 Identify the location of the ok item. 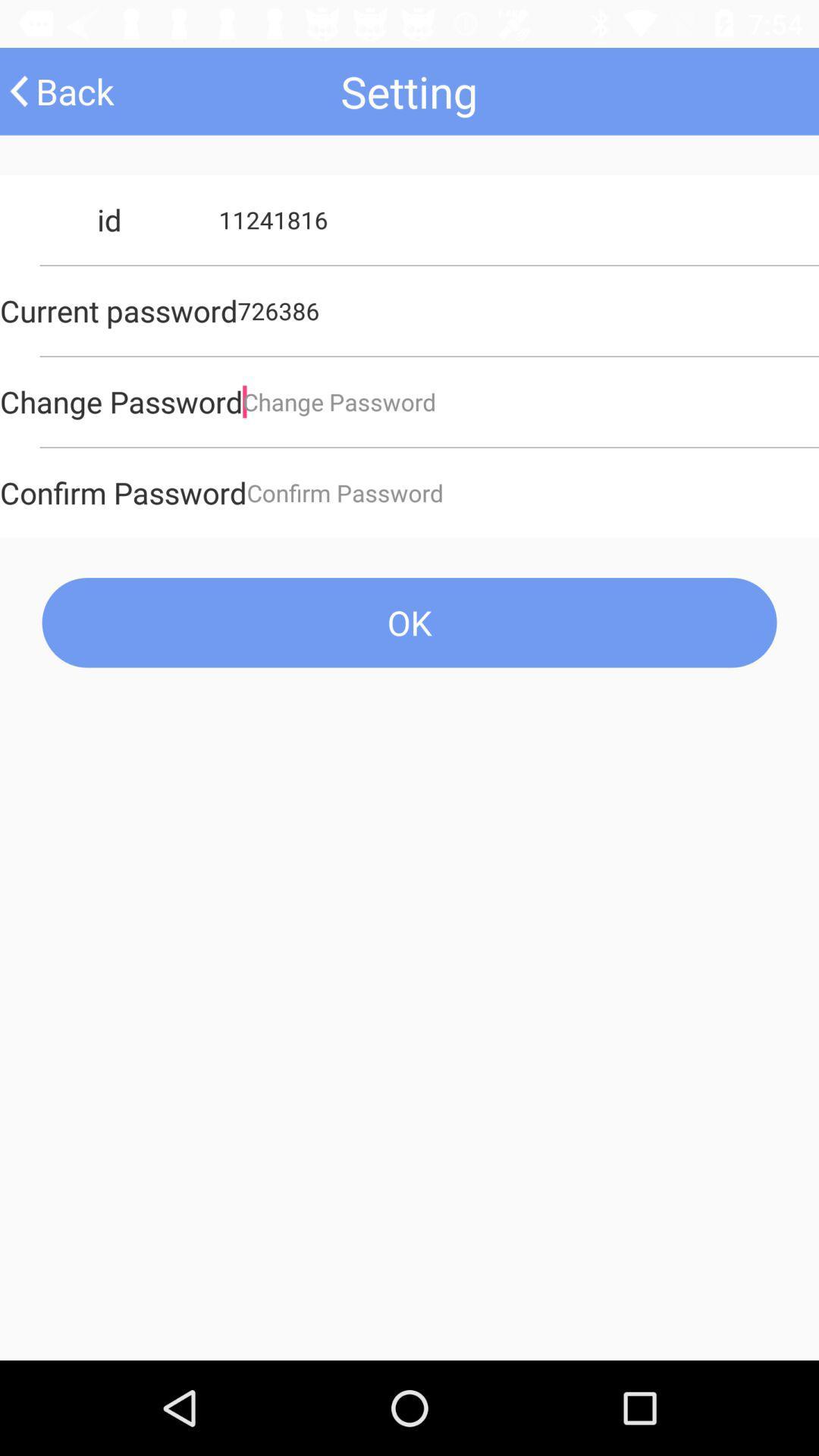
(409, 623).